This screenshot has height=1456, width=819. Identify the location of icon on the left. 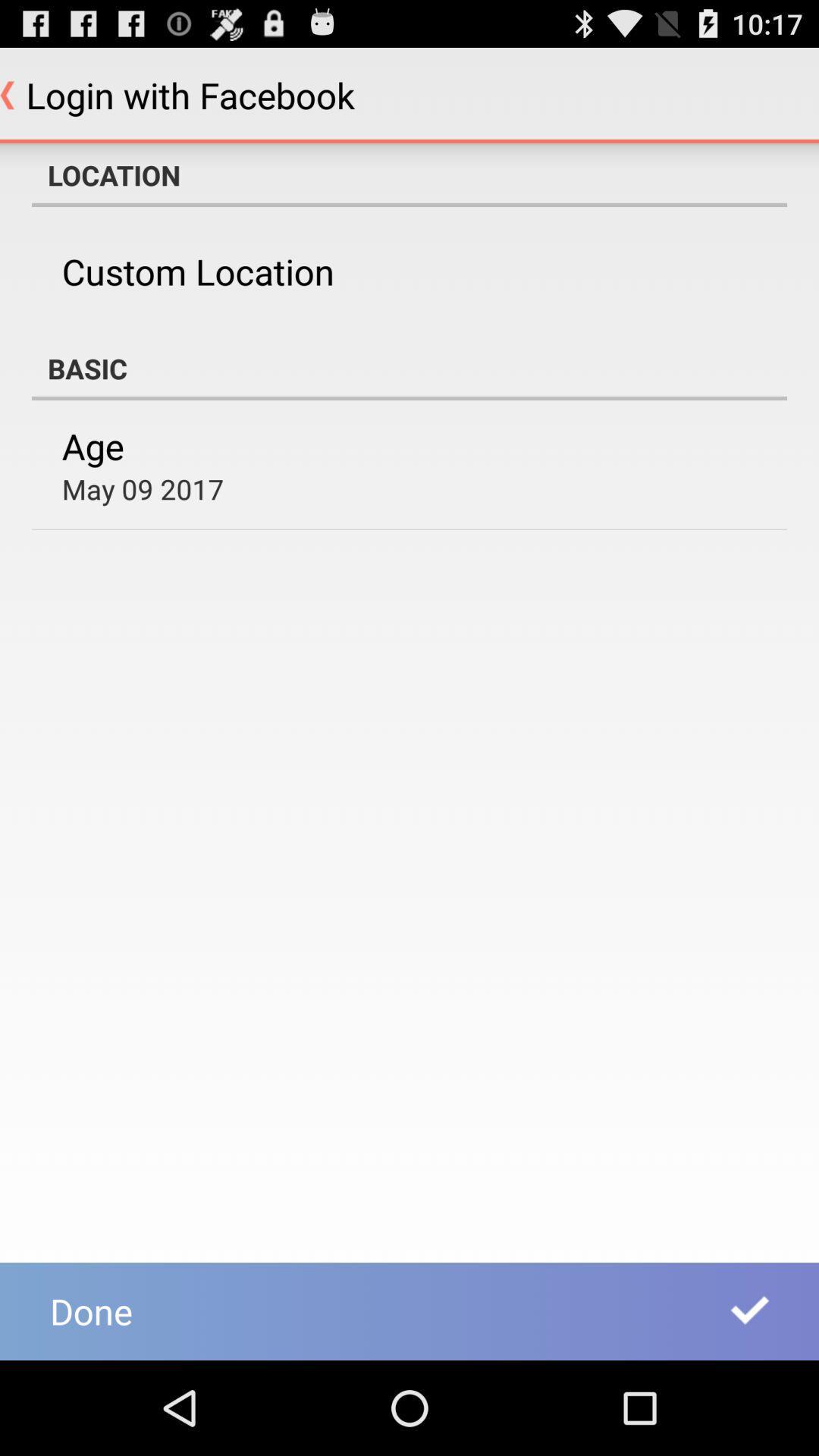
(143, 488).